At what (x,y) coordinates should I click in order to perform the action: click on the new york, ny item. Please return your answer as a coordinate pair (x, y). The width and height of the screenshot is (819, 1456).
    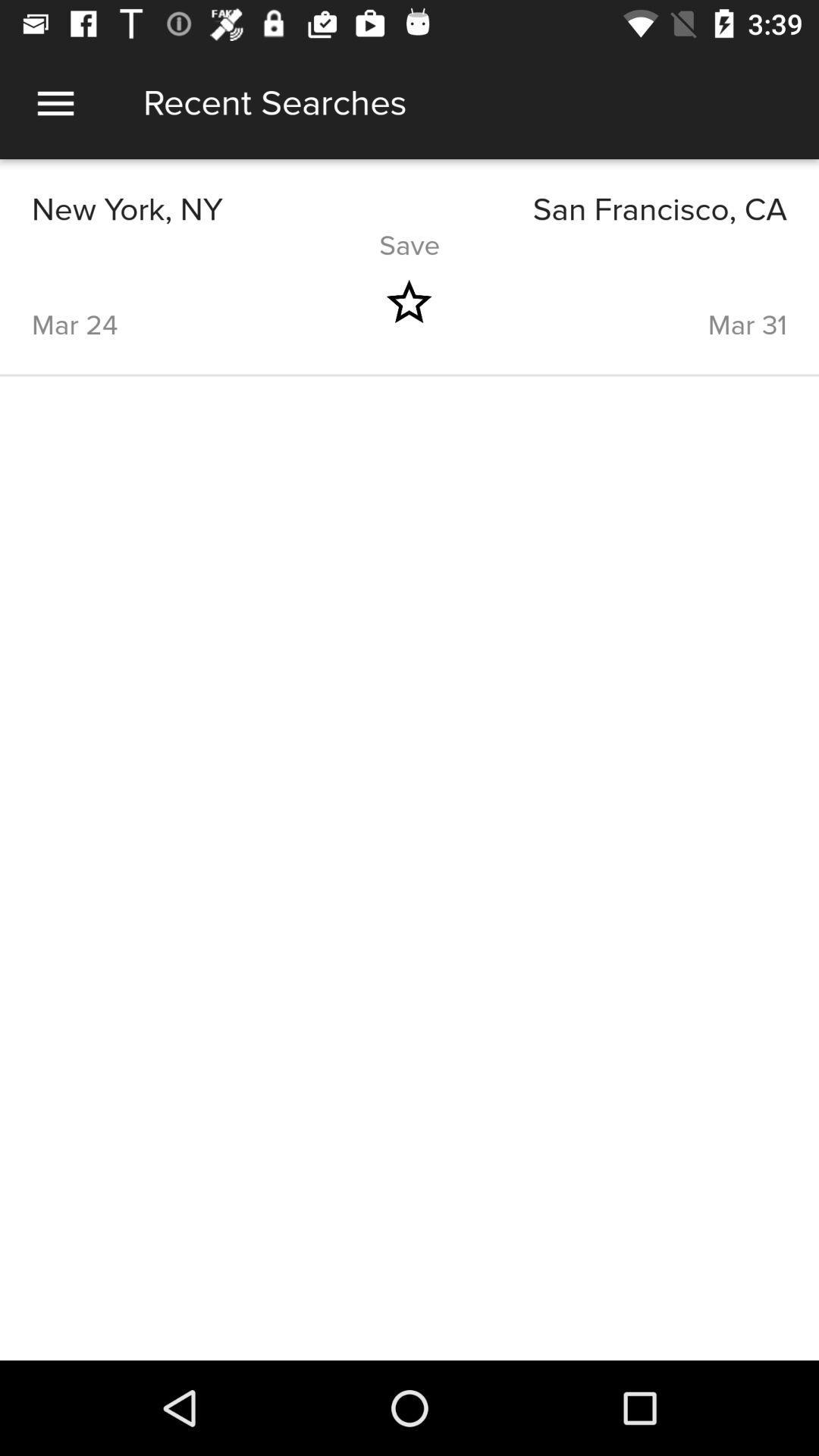
    Looking at the image, I should click on (220, 209).